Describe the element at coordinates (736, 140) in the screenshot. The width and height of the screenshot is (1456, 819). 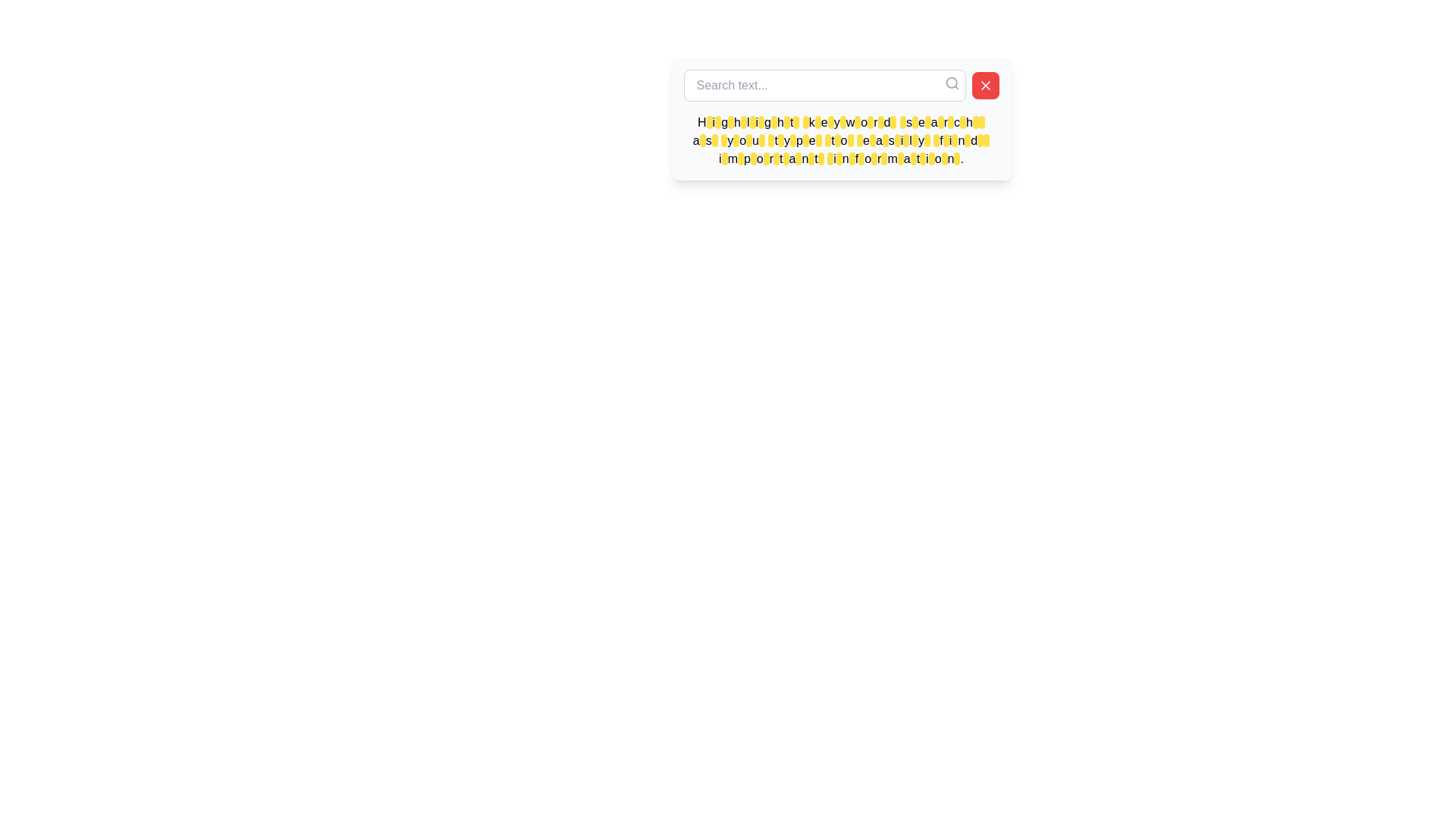
I see `the highlight element` at that location.